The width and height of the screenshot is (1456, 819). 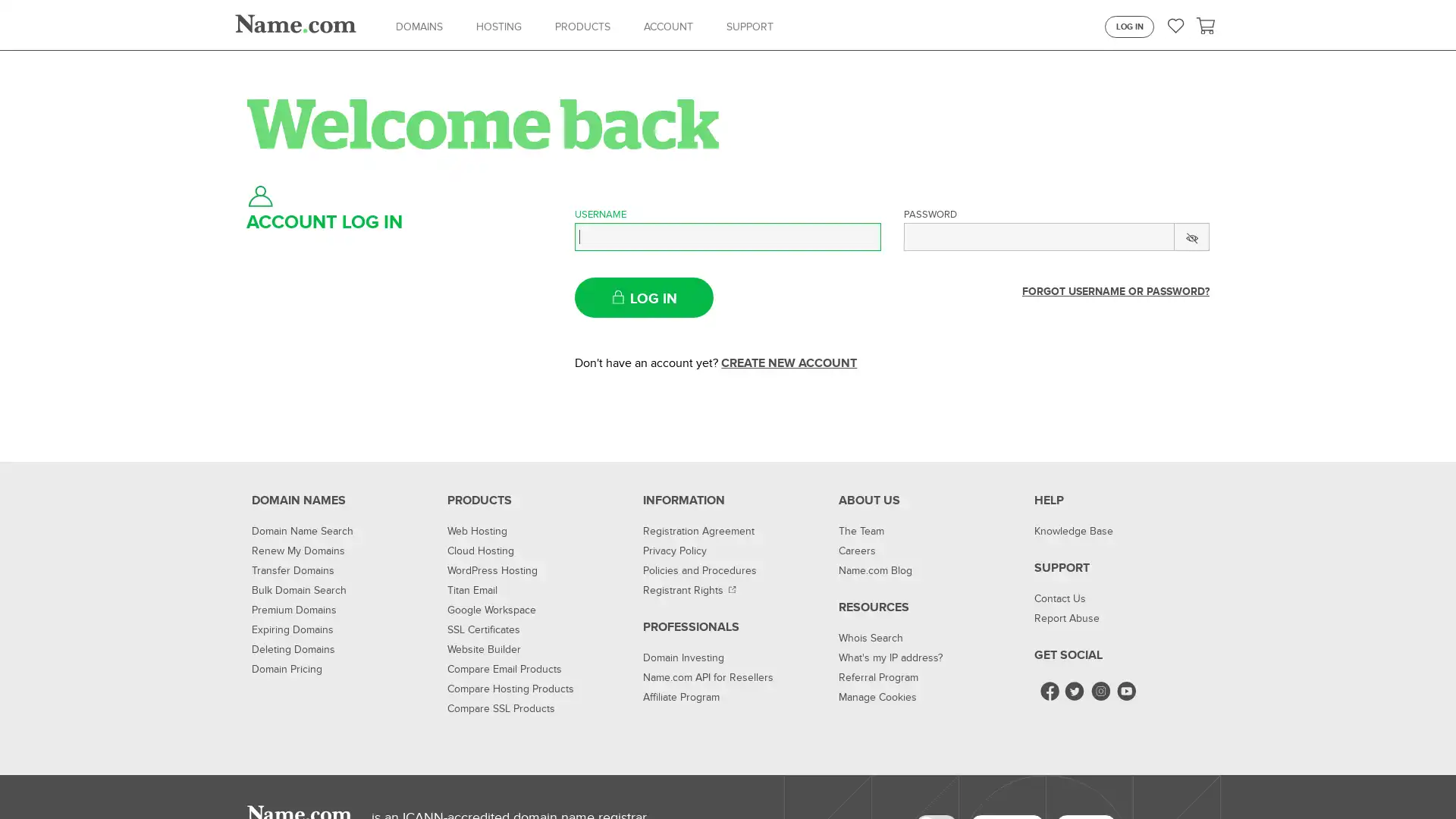 What do you see at coordinates (644, 297) in the screenshot?
I see `LOG IN` at bounding box center [644, 297].